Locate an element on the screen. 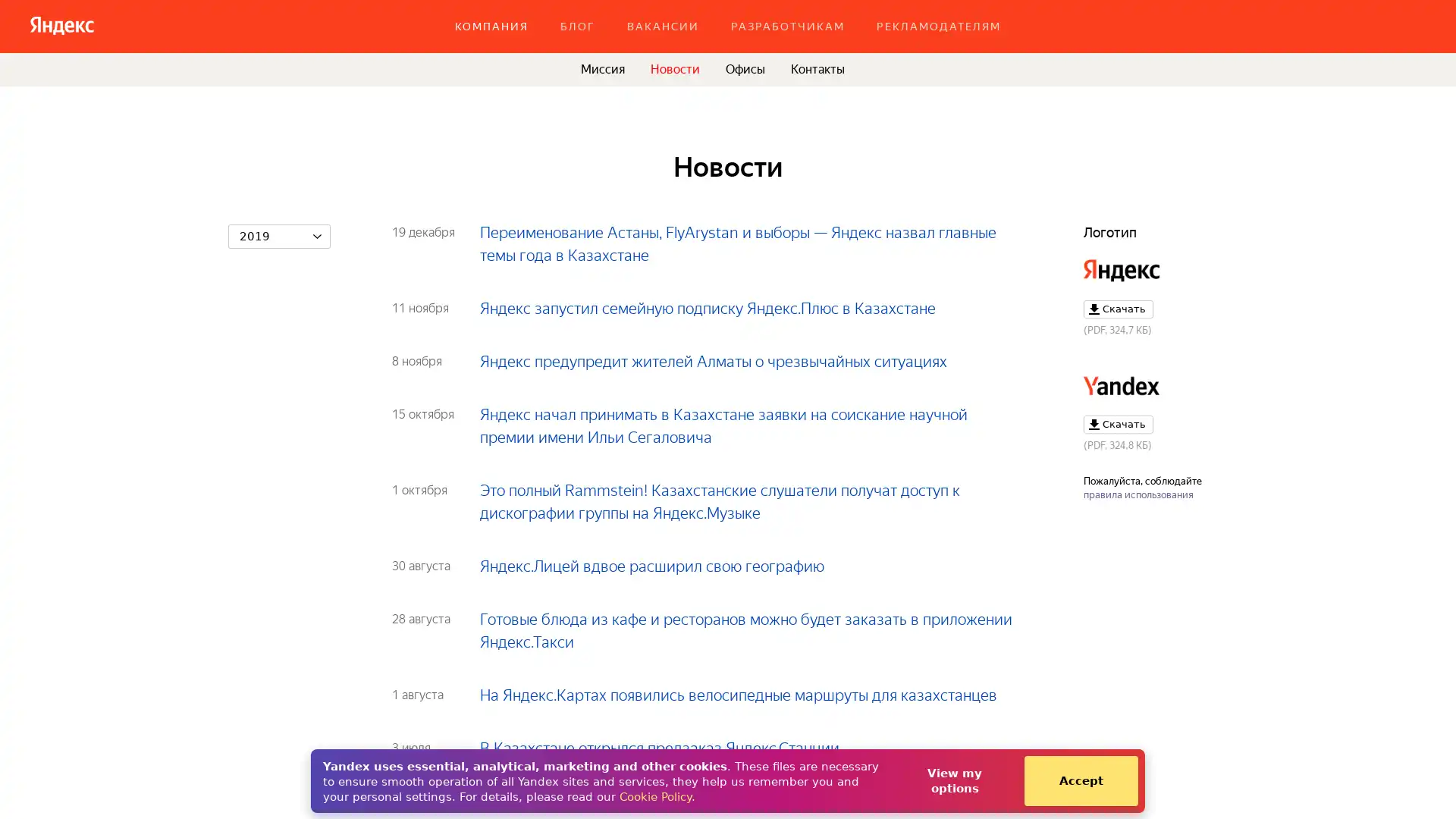 The image size is (1456, 819). Accept is located at coordinates (1080, 780).